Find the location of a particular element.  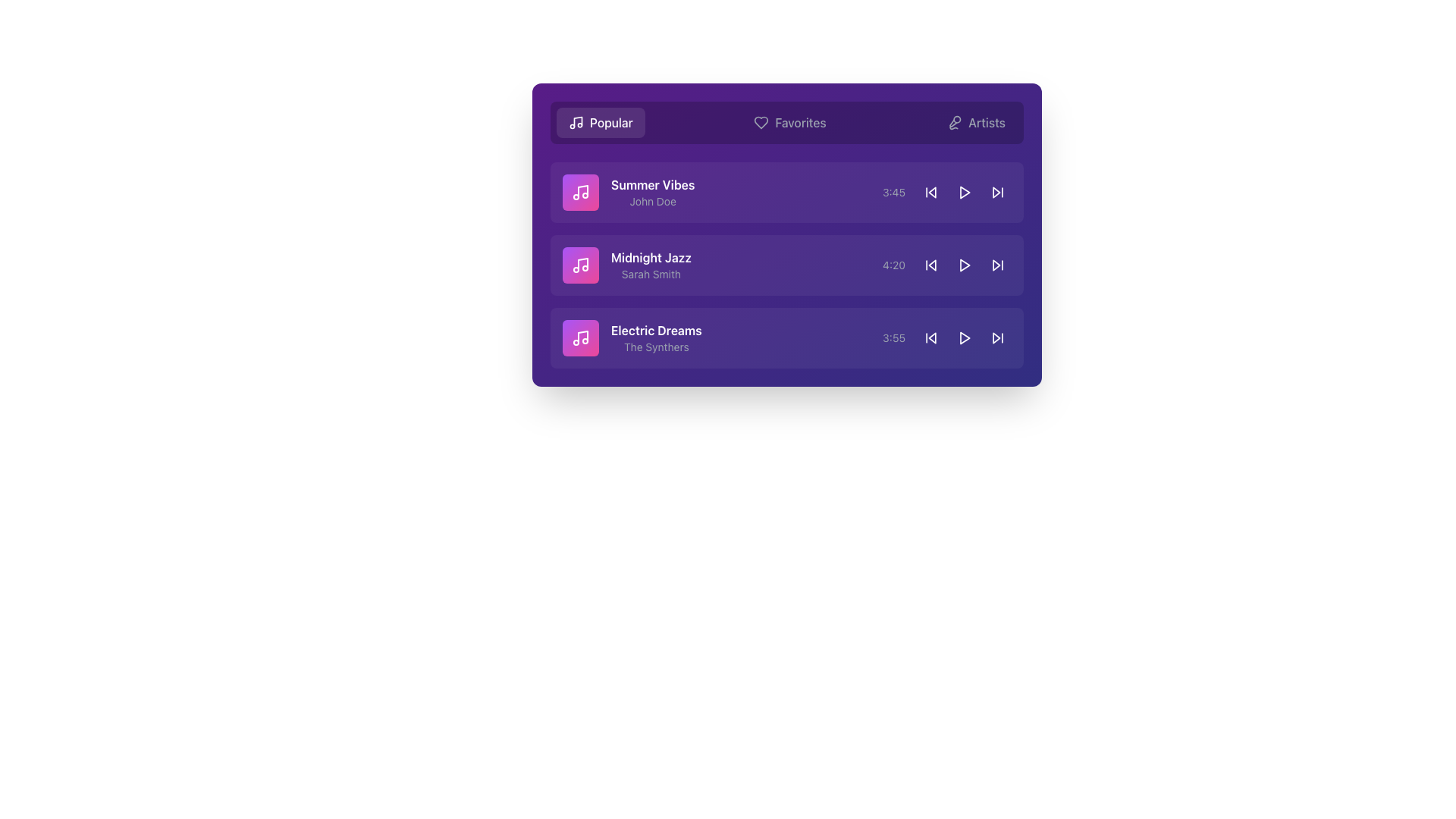

the music track icon representing 'Midnight Jazz' by 'Sarah Smith', which is the second item in the list of music tracks is located at coordinates (580, 265).